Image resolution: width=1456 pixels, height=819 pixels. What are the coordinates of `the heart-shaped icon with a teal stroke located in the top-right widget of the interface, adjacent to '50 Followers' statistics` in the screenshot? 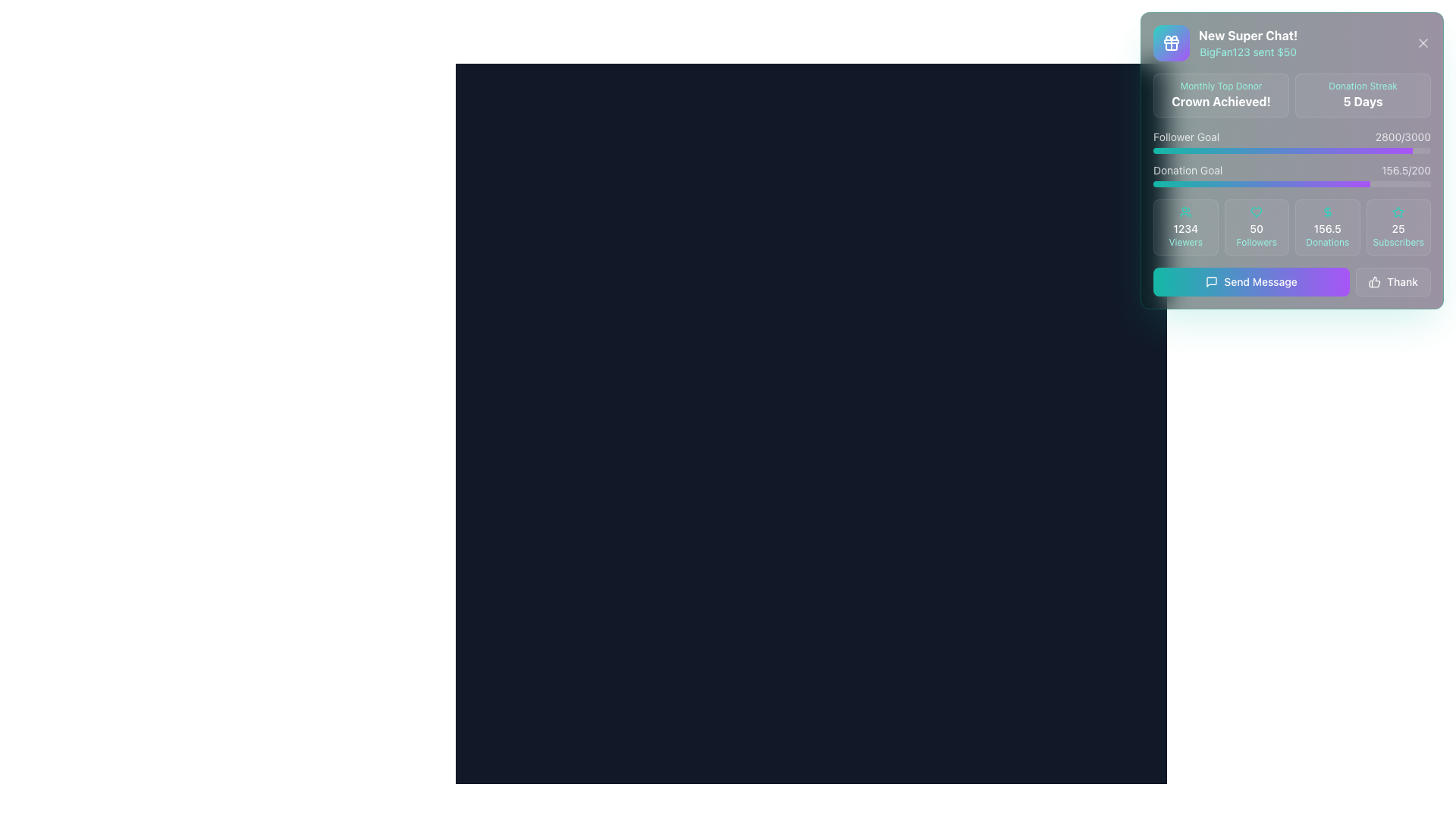 It's located at (1257, 212).